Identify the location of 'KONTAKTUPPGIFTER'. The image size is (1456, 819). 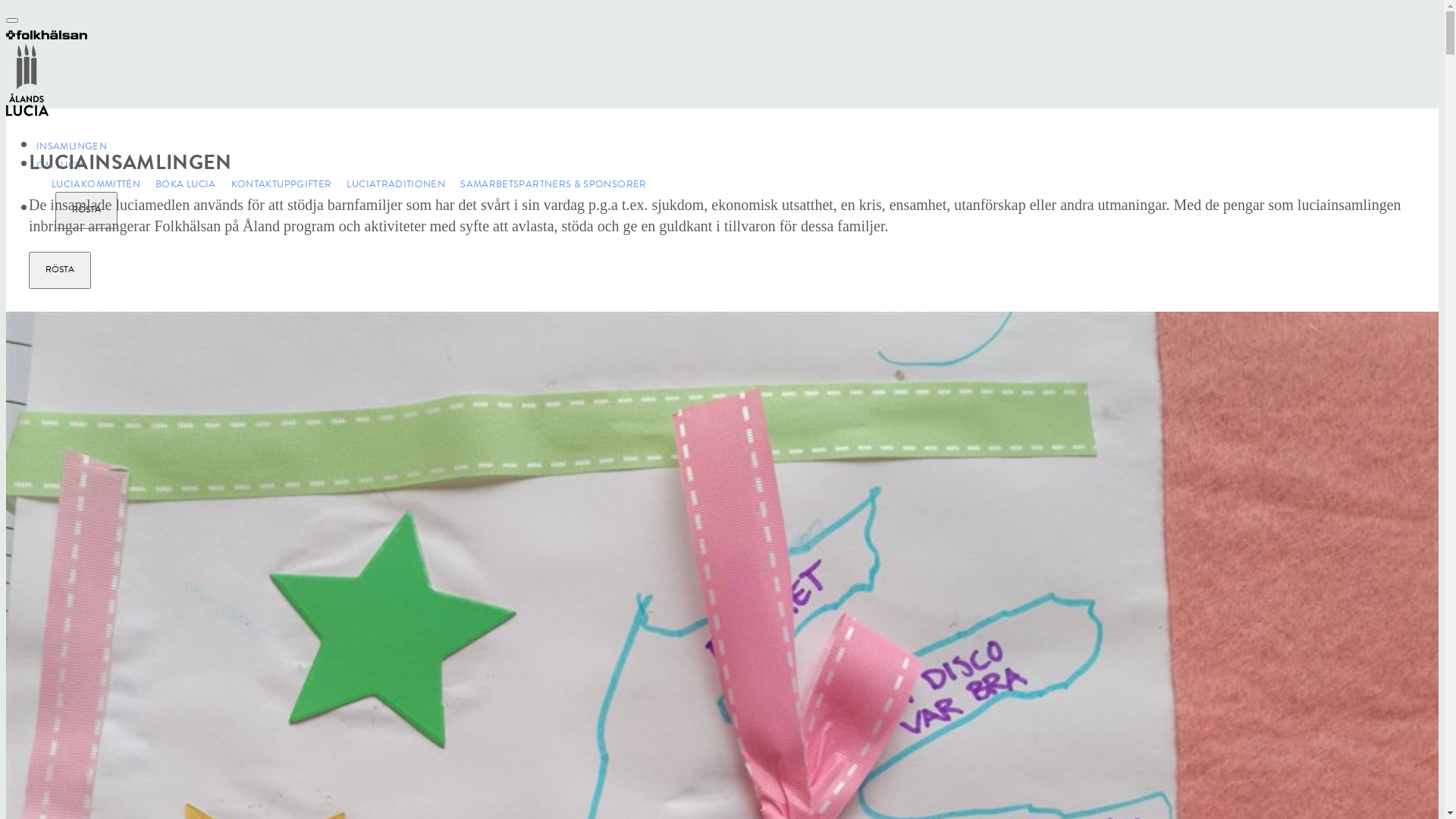
(274, 184).